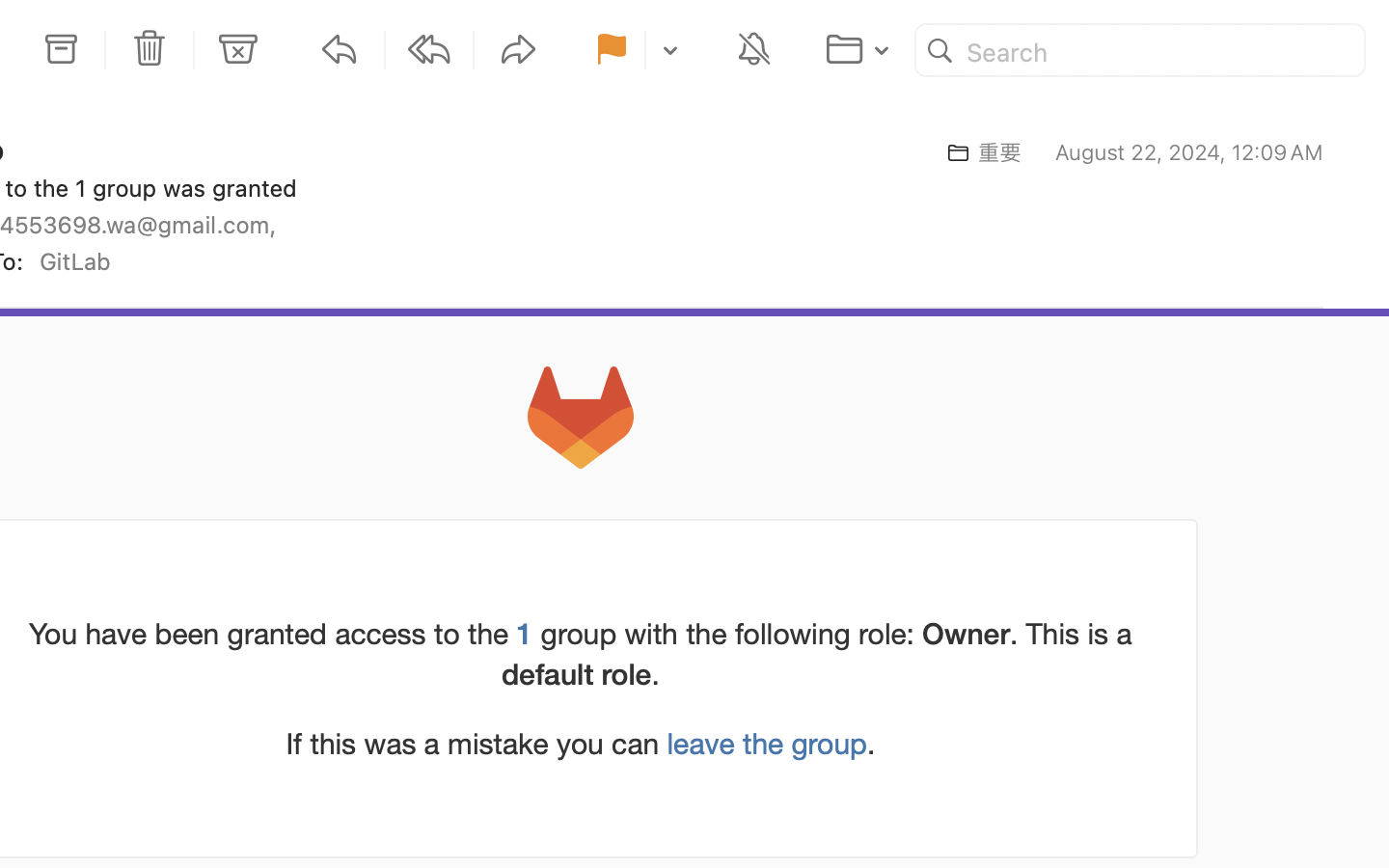  What do you see at coordinates (82, 259) in the screenshot?
I see `'GitLab'` at bounding box center [82, 259].